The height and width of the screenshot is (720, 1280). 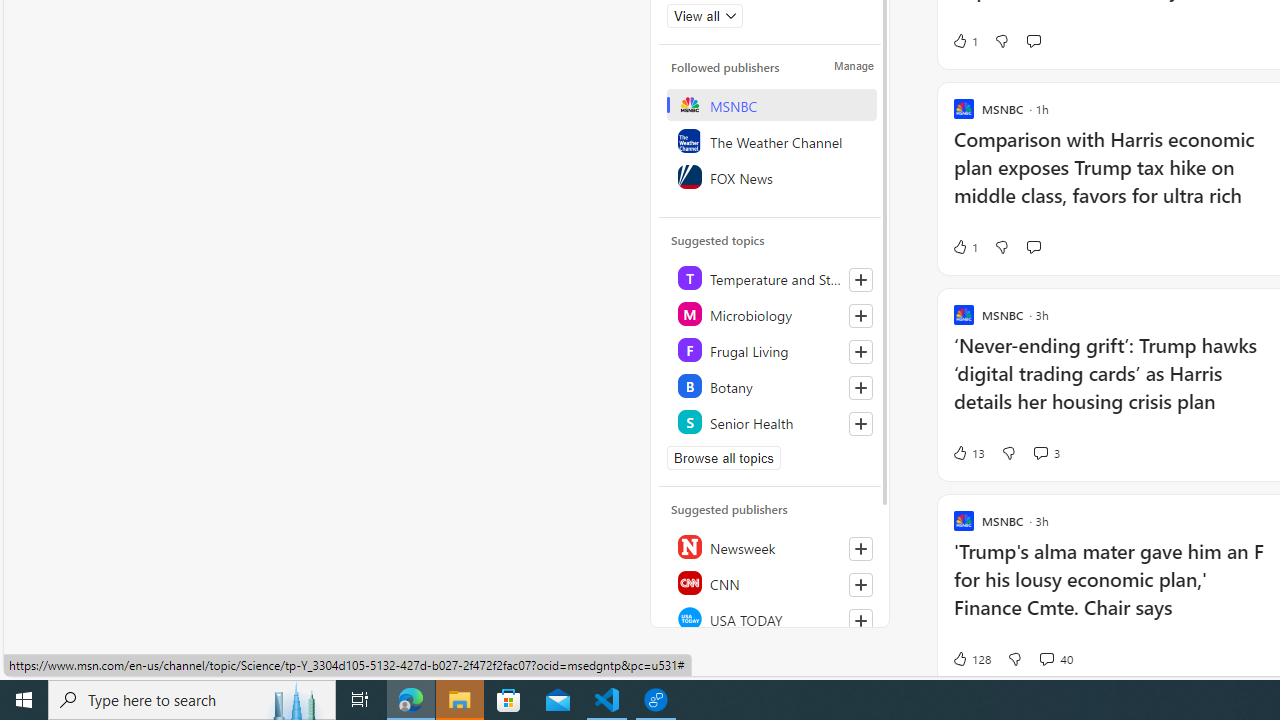 What do you see at coordinates (968, 452) in the screenshot?
I see `'13 Like'` at bounding box center [968, 452].